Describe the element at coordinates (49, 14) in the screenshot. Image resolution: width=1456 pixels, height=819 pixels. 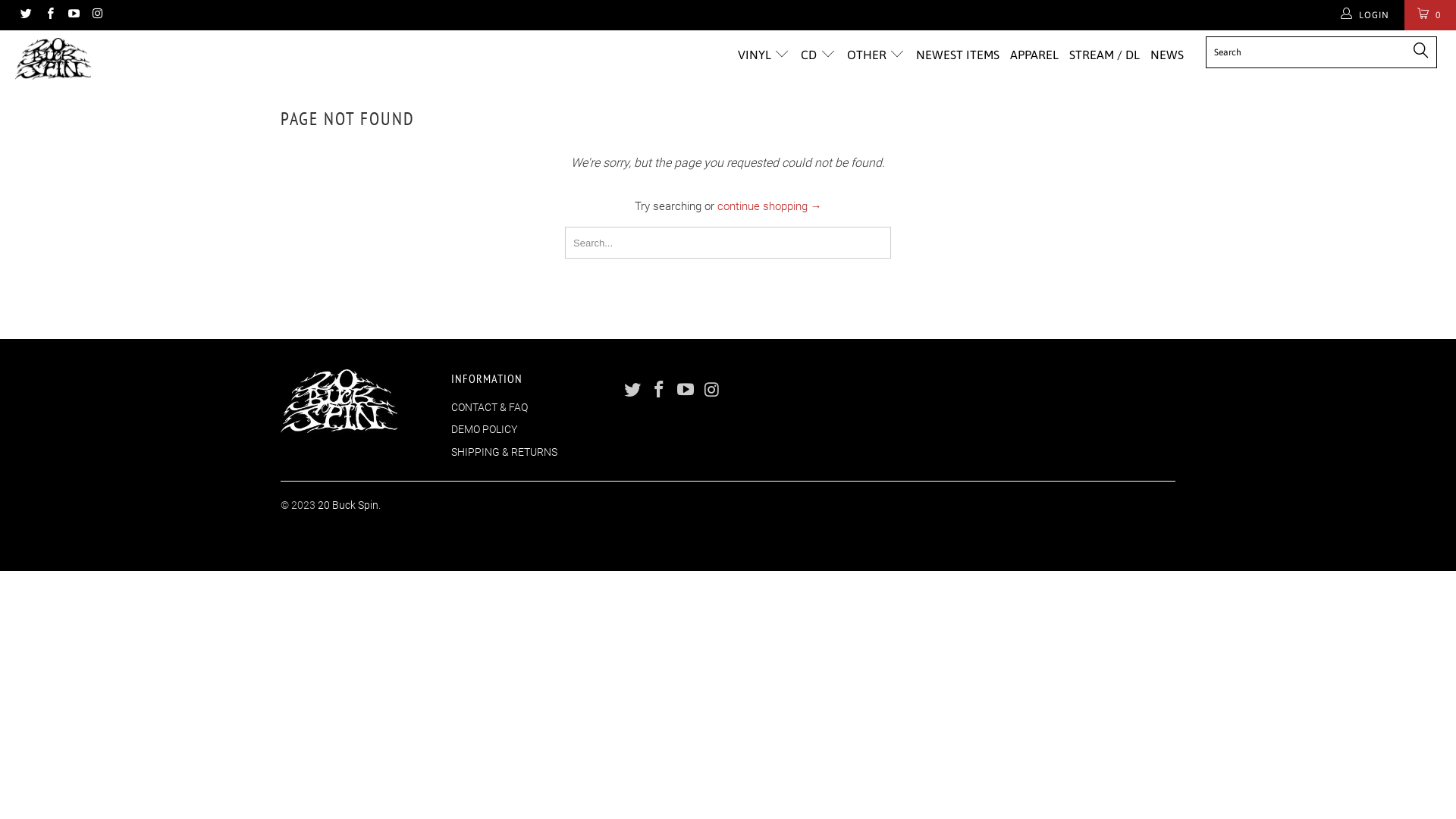
I see `'20 Buck Spin on Facebook'` at that location.